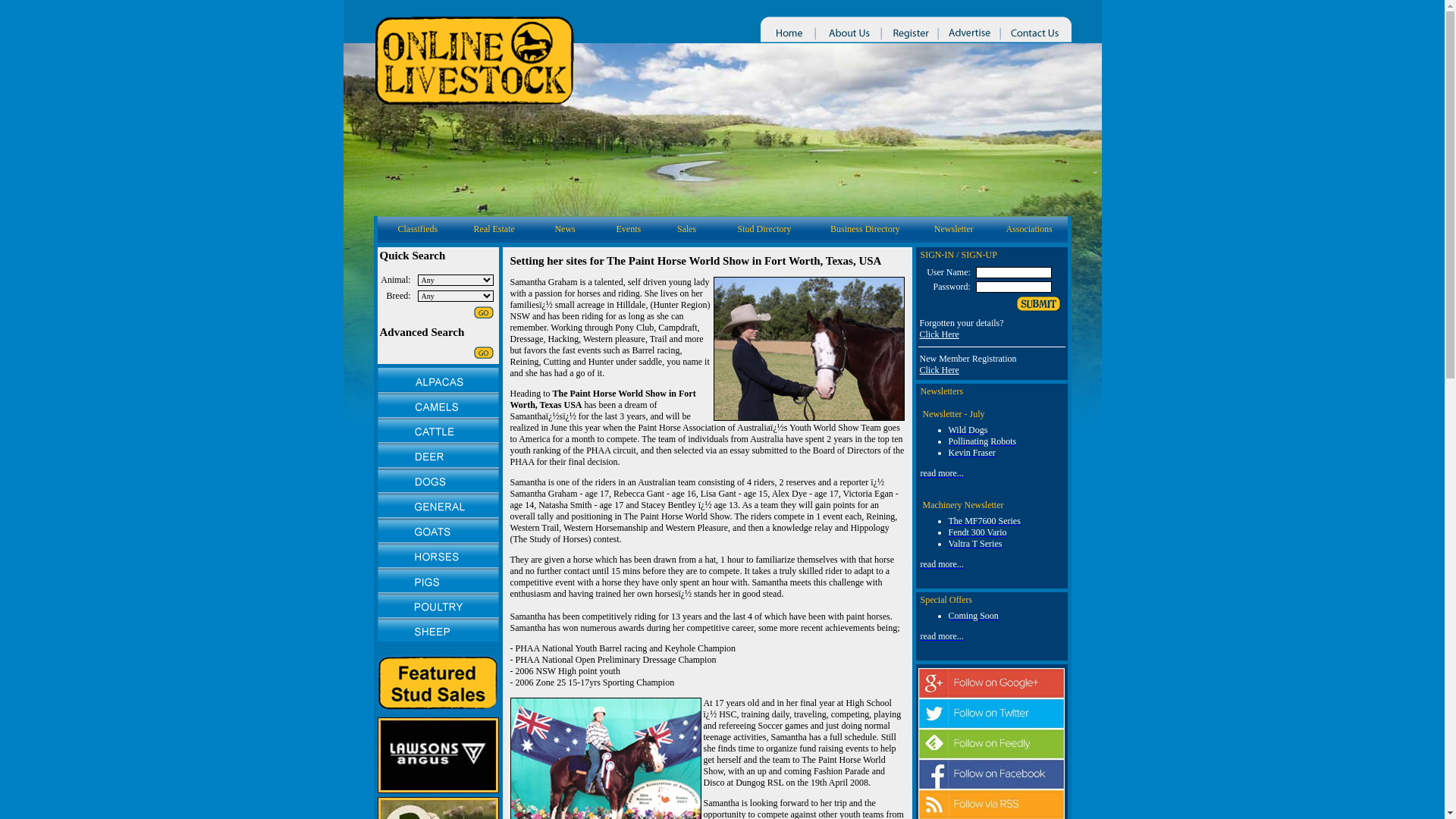 The width and height of the screenshot is (1456, 819). I want to click on 'Sales', so click(686, 228).